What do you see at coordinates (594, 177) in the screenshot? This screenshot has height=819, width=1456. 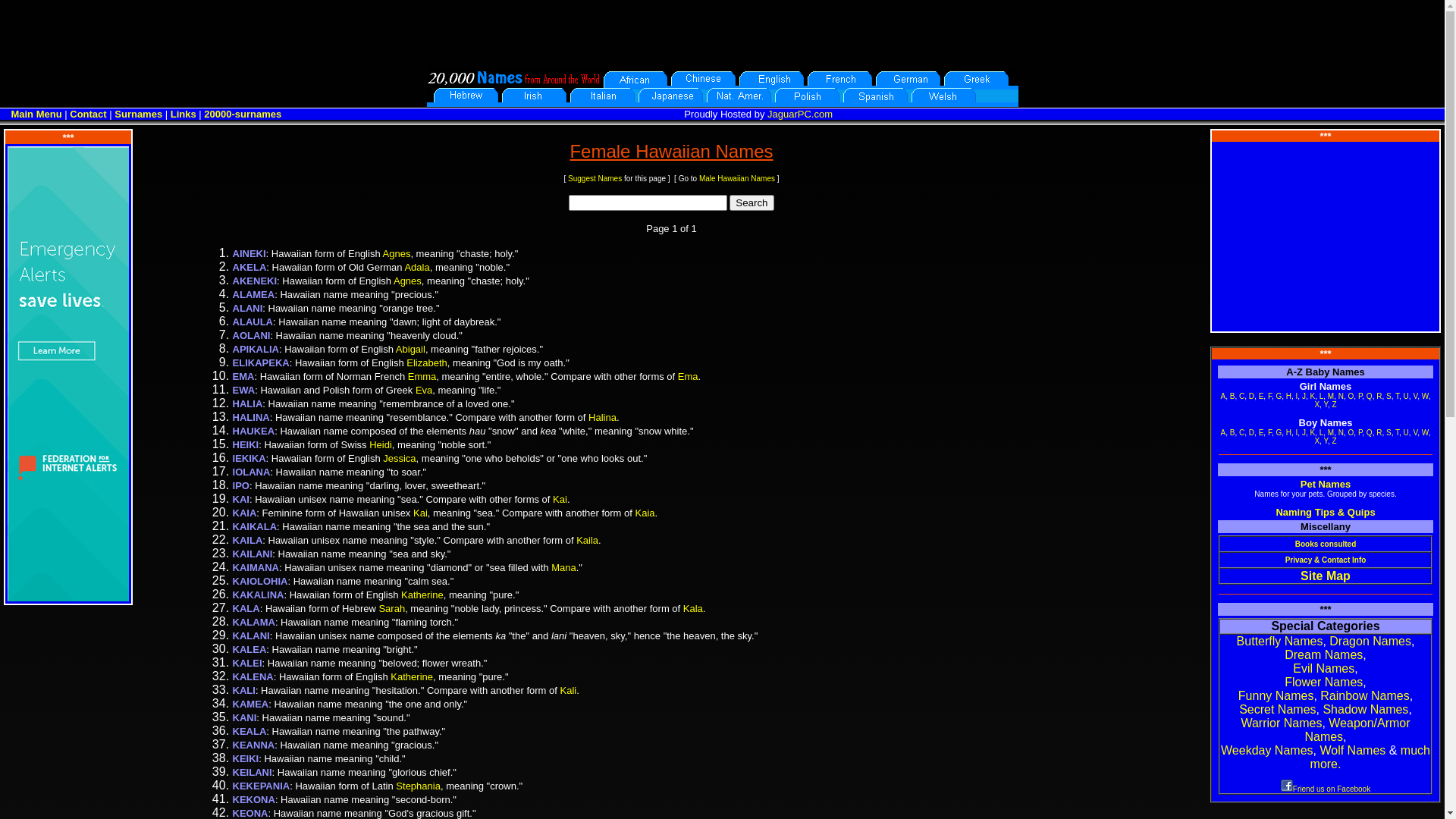 I see `'Suggest Names'` at bounding box center [594, 177].